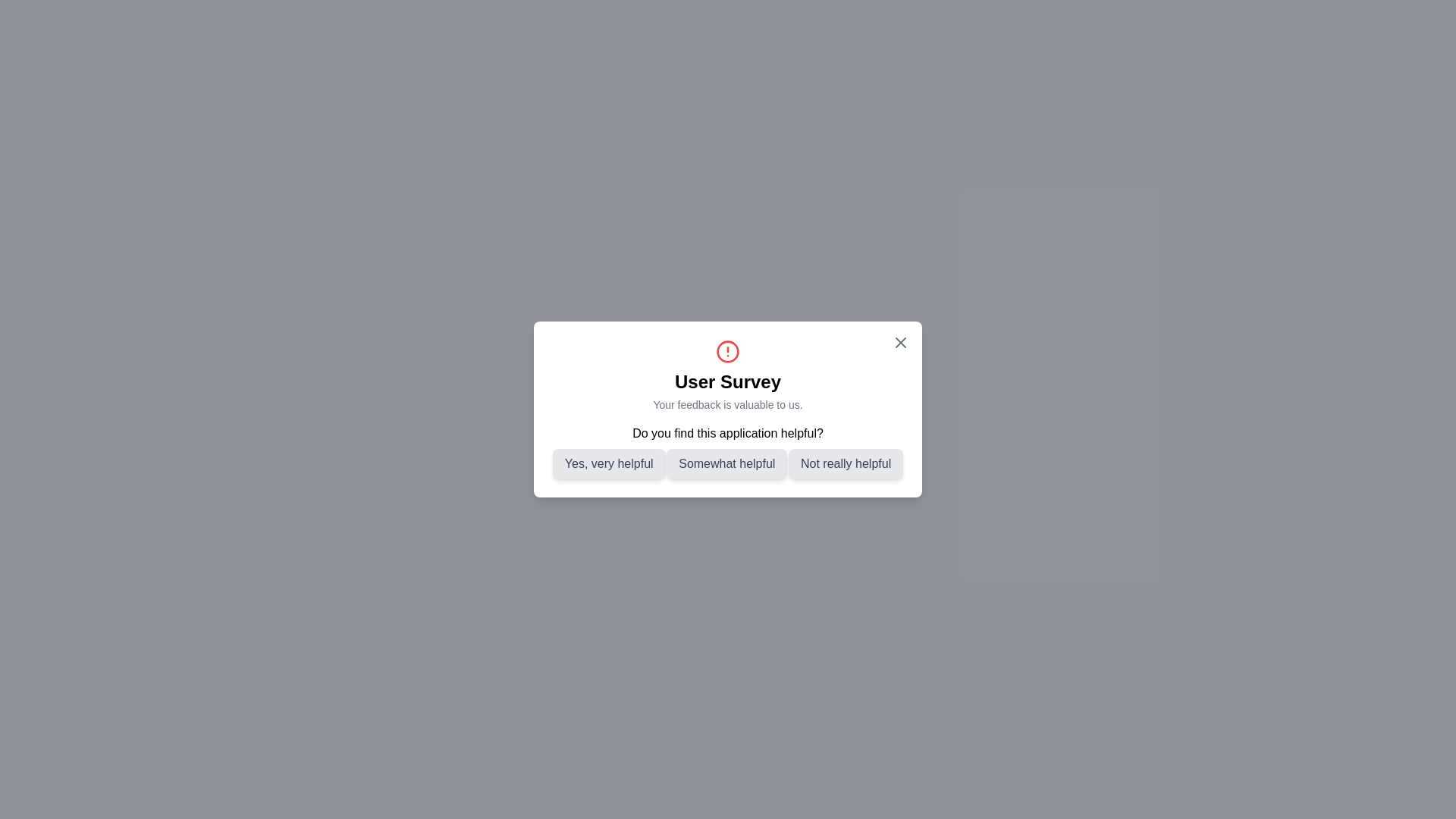  What do you see at coordinates (728, 451) in the screenshot?
I see `one of the buttons in the 'User Survey' modal dialog` at bounding box center [728, 451].